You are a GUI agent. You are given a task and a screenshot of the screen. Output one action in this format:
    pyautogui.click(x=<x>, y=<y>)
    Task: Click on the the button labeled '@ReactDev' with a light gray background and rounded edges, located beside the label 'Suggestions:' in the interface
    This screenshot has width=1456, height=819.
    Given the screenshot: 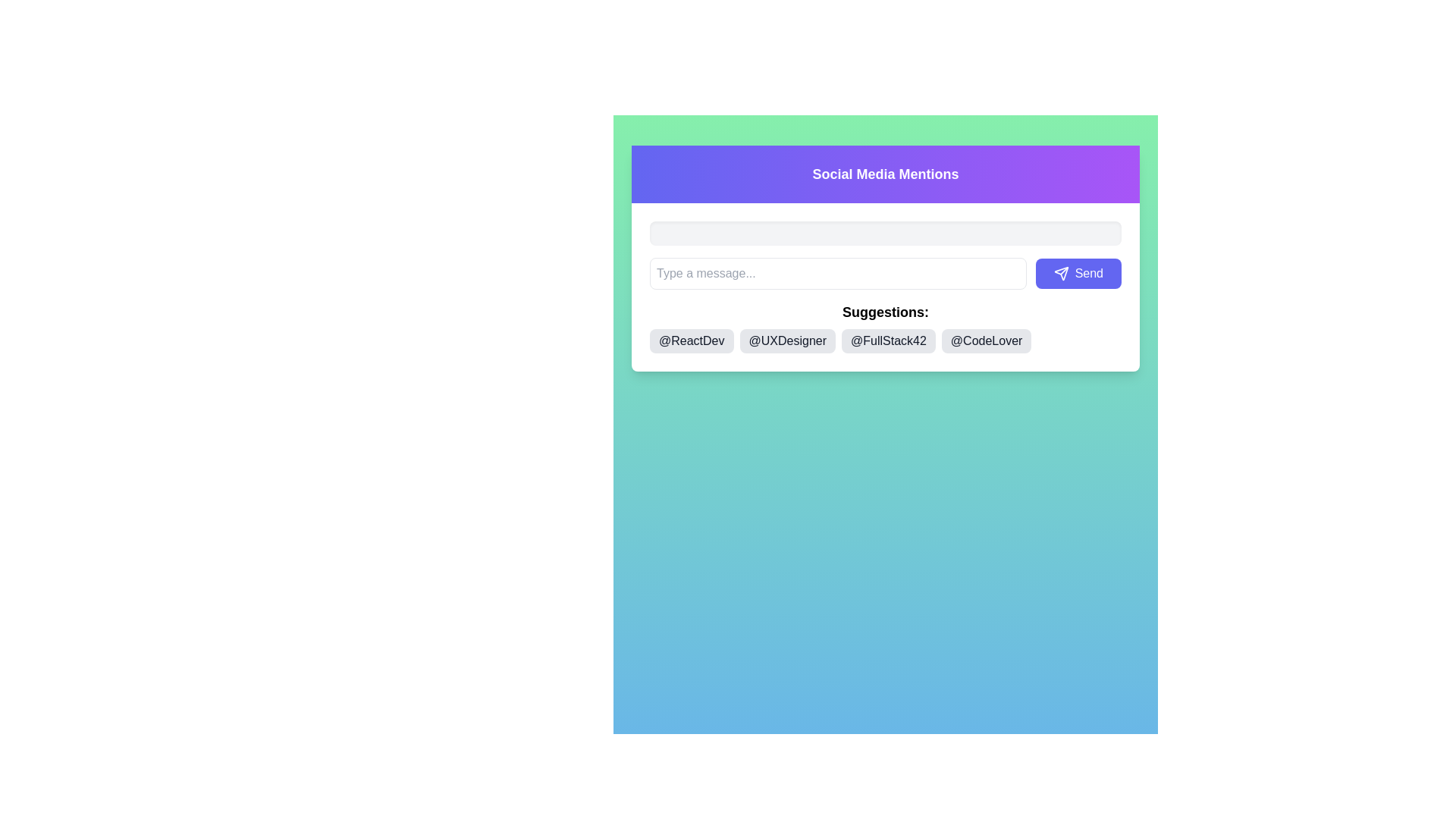 What is the action you would take?
    pyautogui.click(x=691, y=341)
    